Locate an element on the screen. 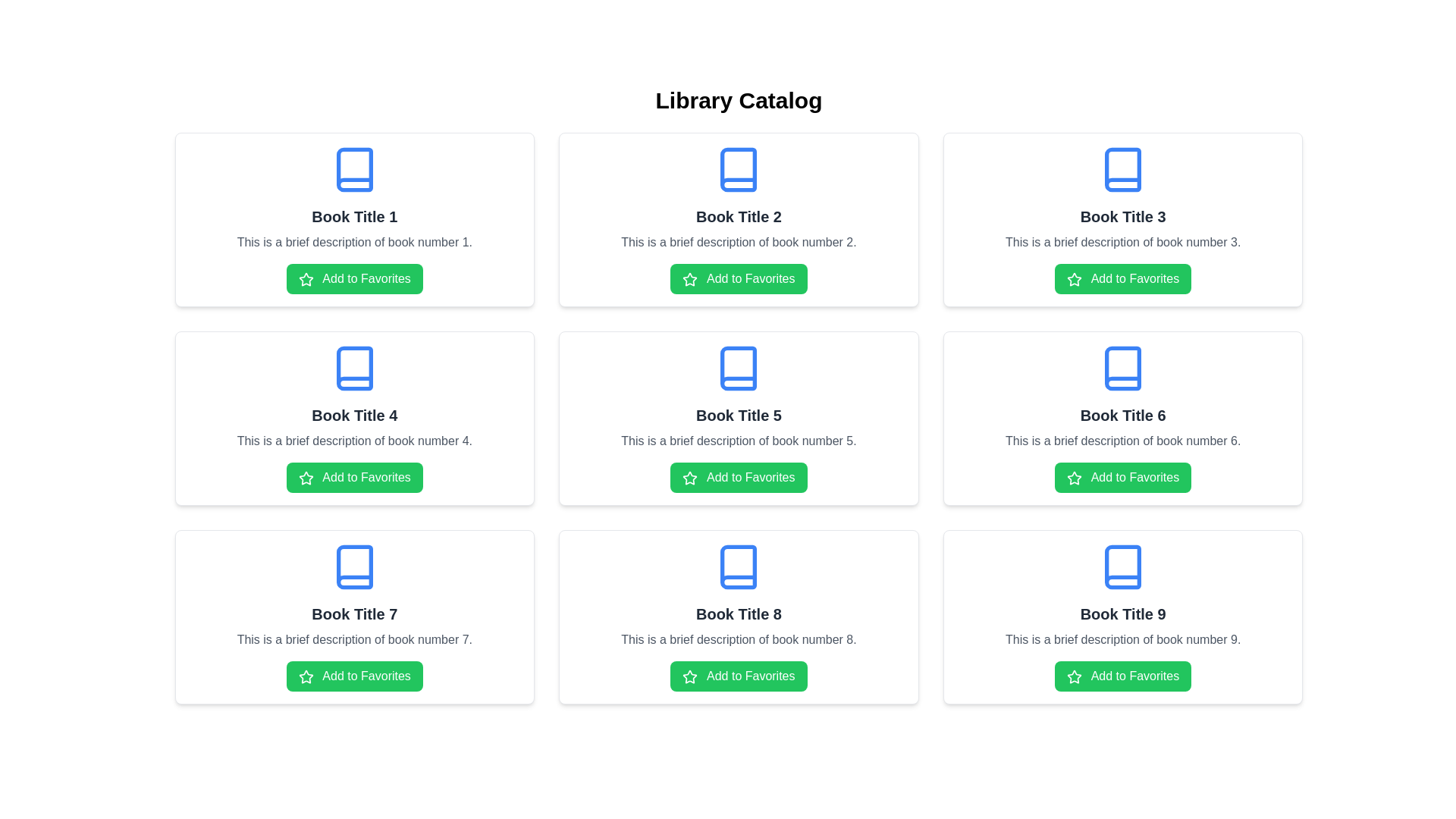  the star-shaped icon with a green fill and white outlines, located to the left of the 'Add to Favorites' label in the button for 'Book Title 1' is located at coordinates (305, 279).